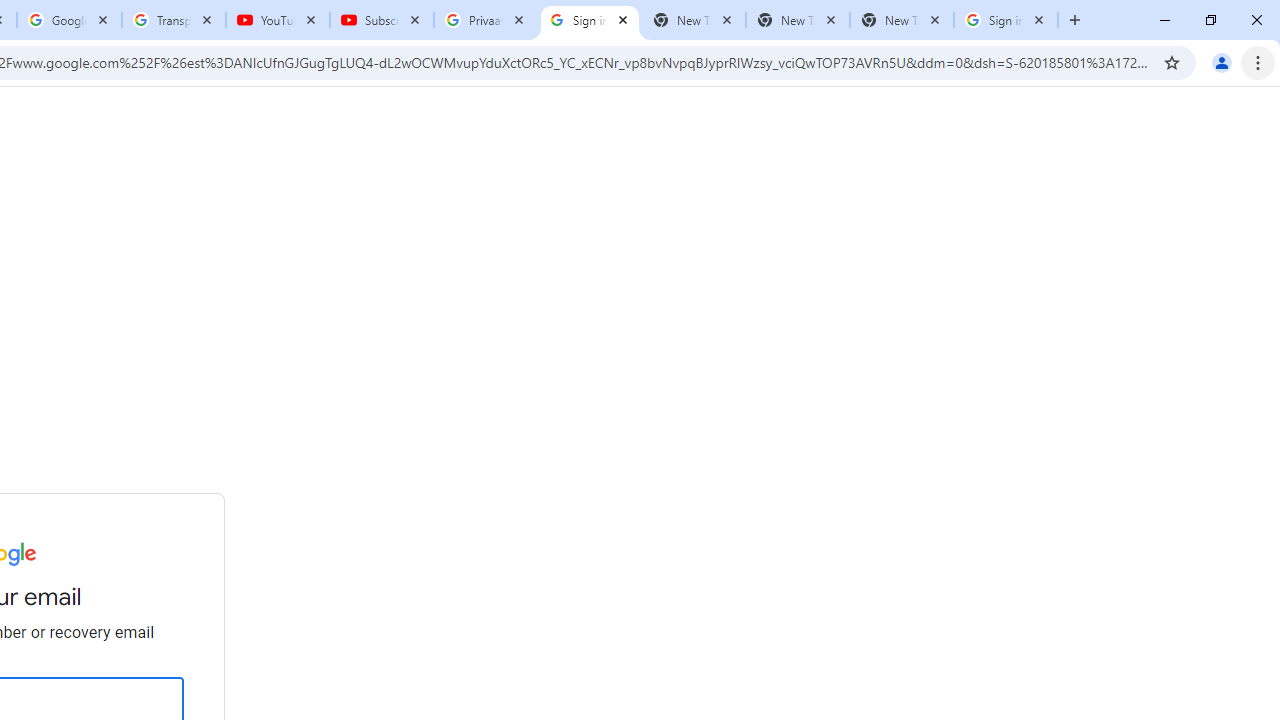 The image size is (1280, 720). Describe the element at coordinates (1171, 61) in the screenshot. I see `'Bookmark this tab'` at that location.